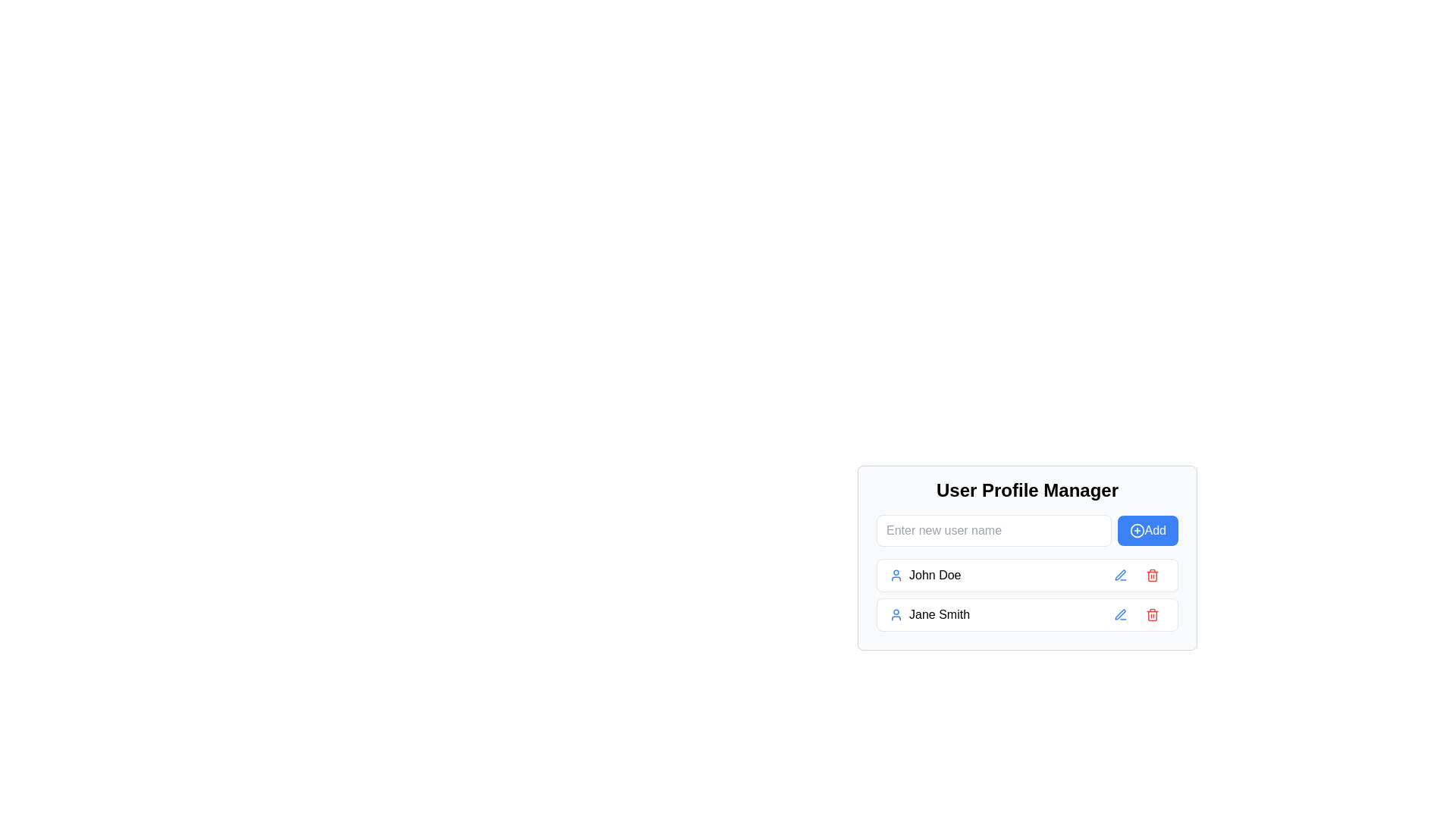 This screenshot has width=1456, height=819. What do you see at coordinates (1121, 614) in the screenshot?
I see `the 'Edit' icon button located to the right of 'Jane Smith' in the user management card` at bounding box center [1121, 614].